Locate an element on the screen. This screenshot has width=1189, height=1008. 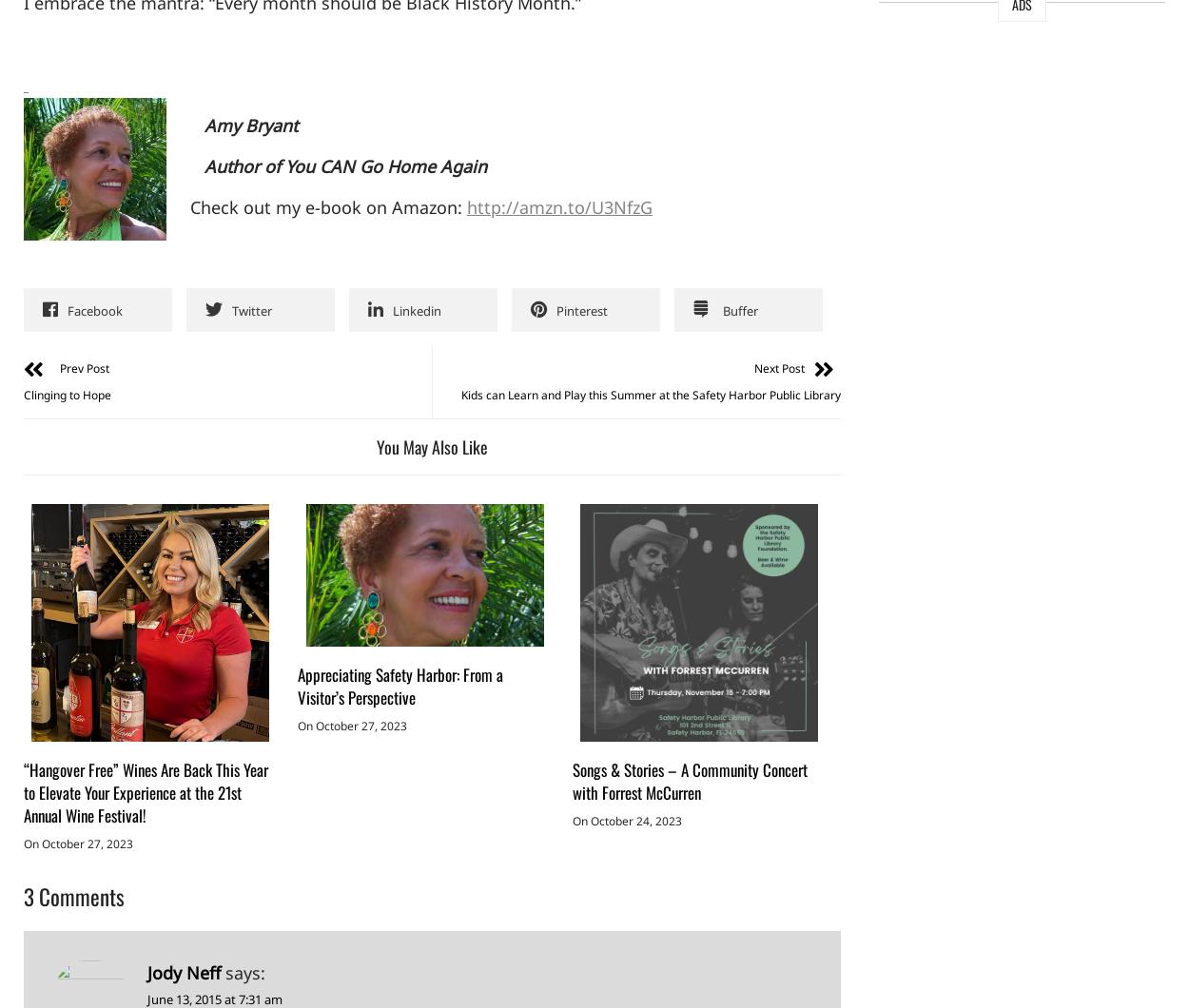
'Twitter' is located at coordinates (252, 311).